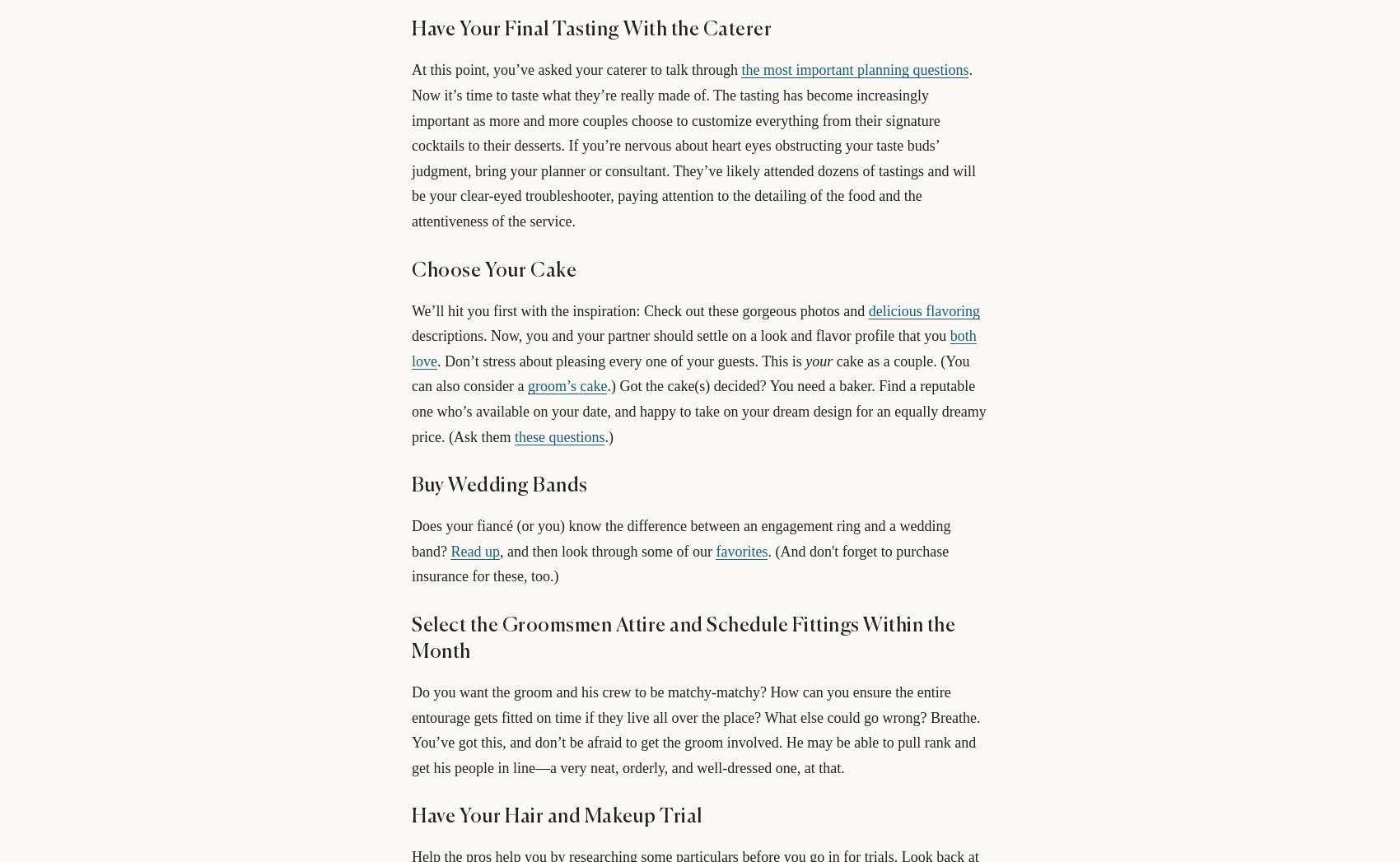 The image size is (1400, 862). I want to click on 'the most important planning questions', so click(740, 70).